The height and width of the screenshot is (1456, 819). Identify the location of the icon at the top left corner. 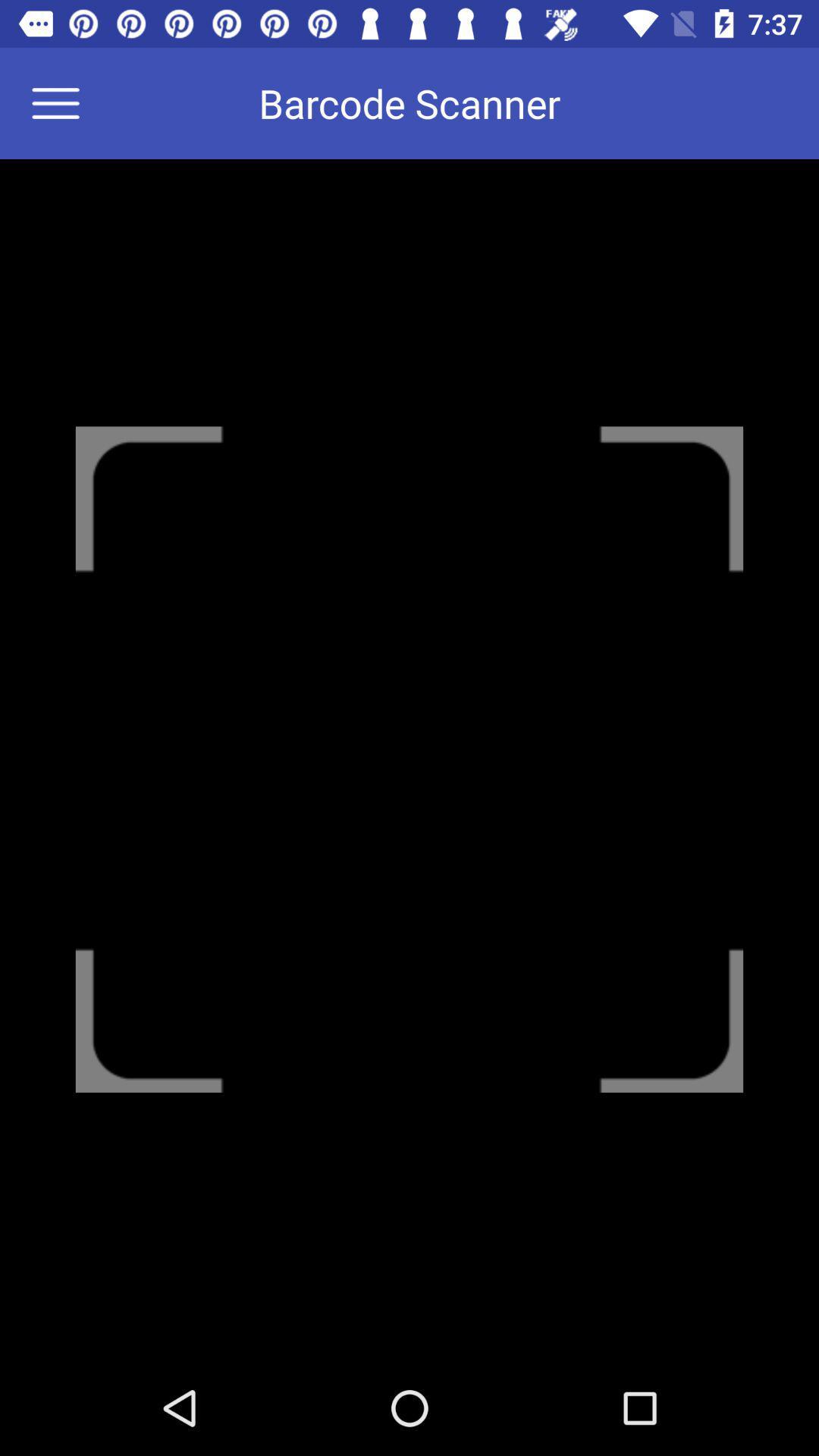
(64, 102).